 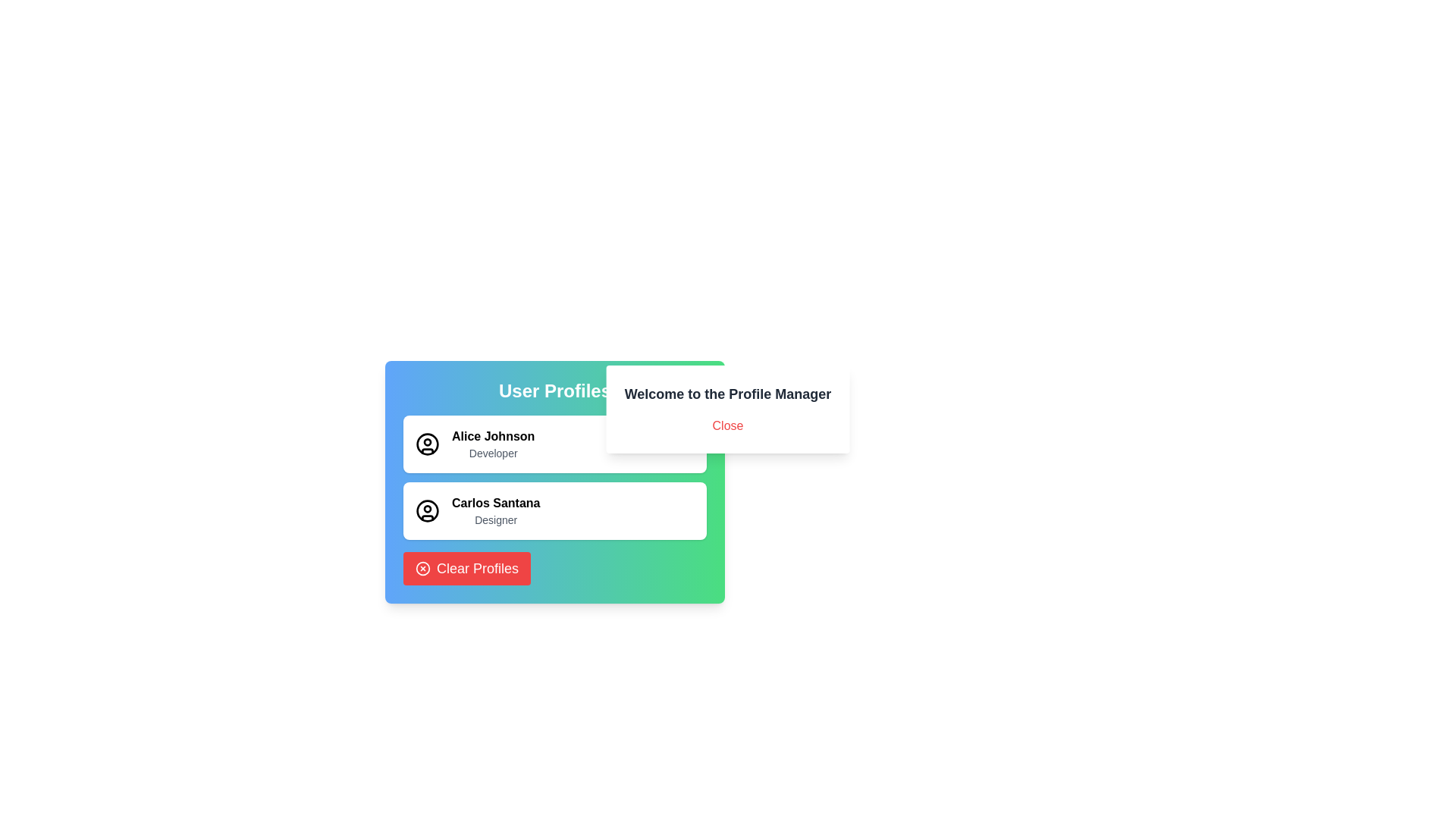 I want to click on the static text label displaying 'Alice Johnson', which is positioned at the top-left corner of the card layout above the 'Developer' subtitle, so click(x=493, y=436).